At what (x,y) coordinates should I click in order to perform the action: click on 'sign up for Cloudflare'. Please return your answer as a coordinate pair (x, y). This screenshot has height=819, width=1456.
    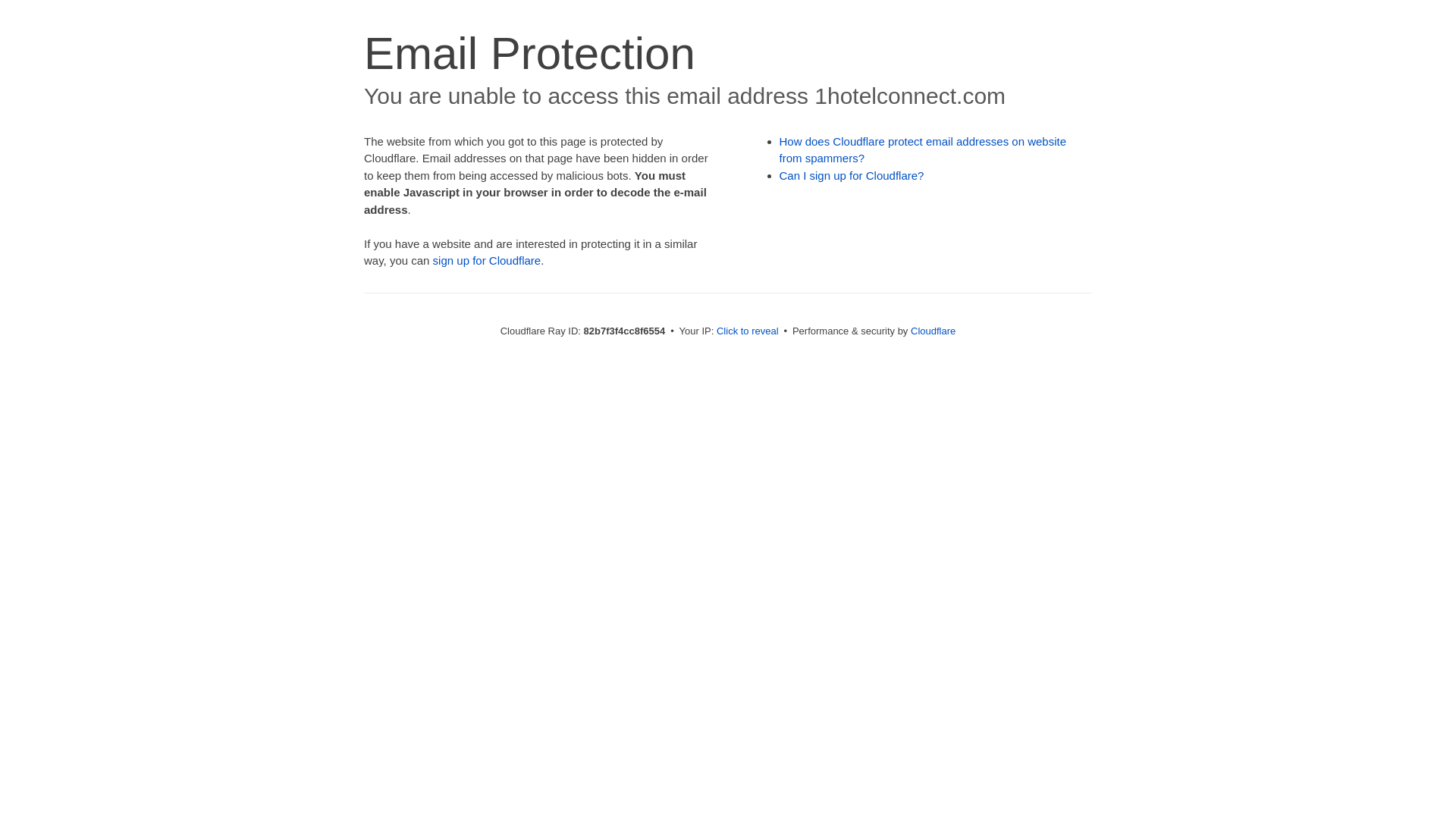
    Looking at the image, I should click on (432, 259).